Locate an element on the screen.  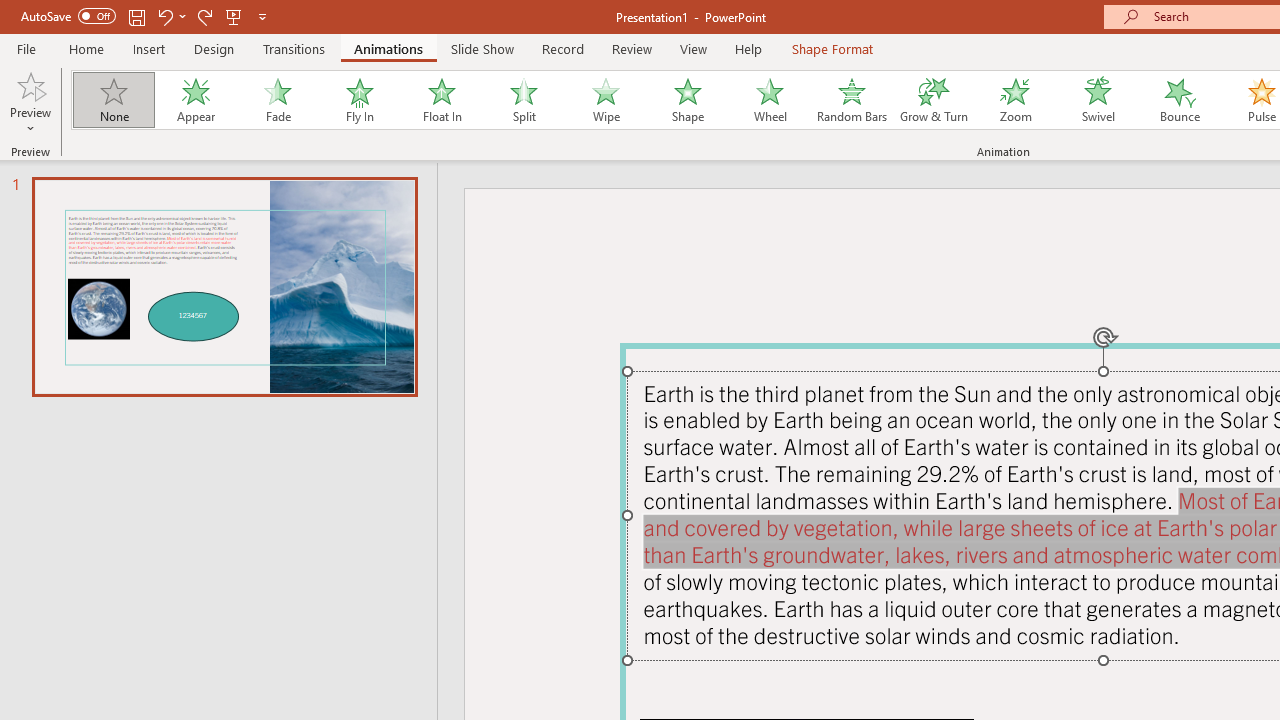
'Bounce' is located at coordinates (1180, 100).